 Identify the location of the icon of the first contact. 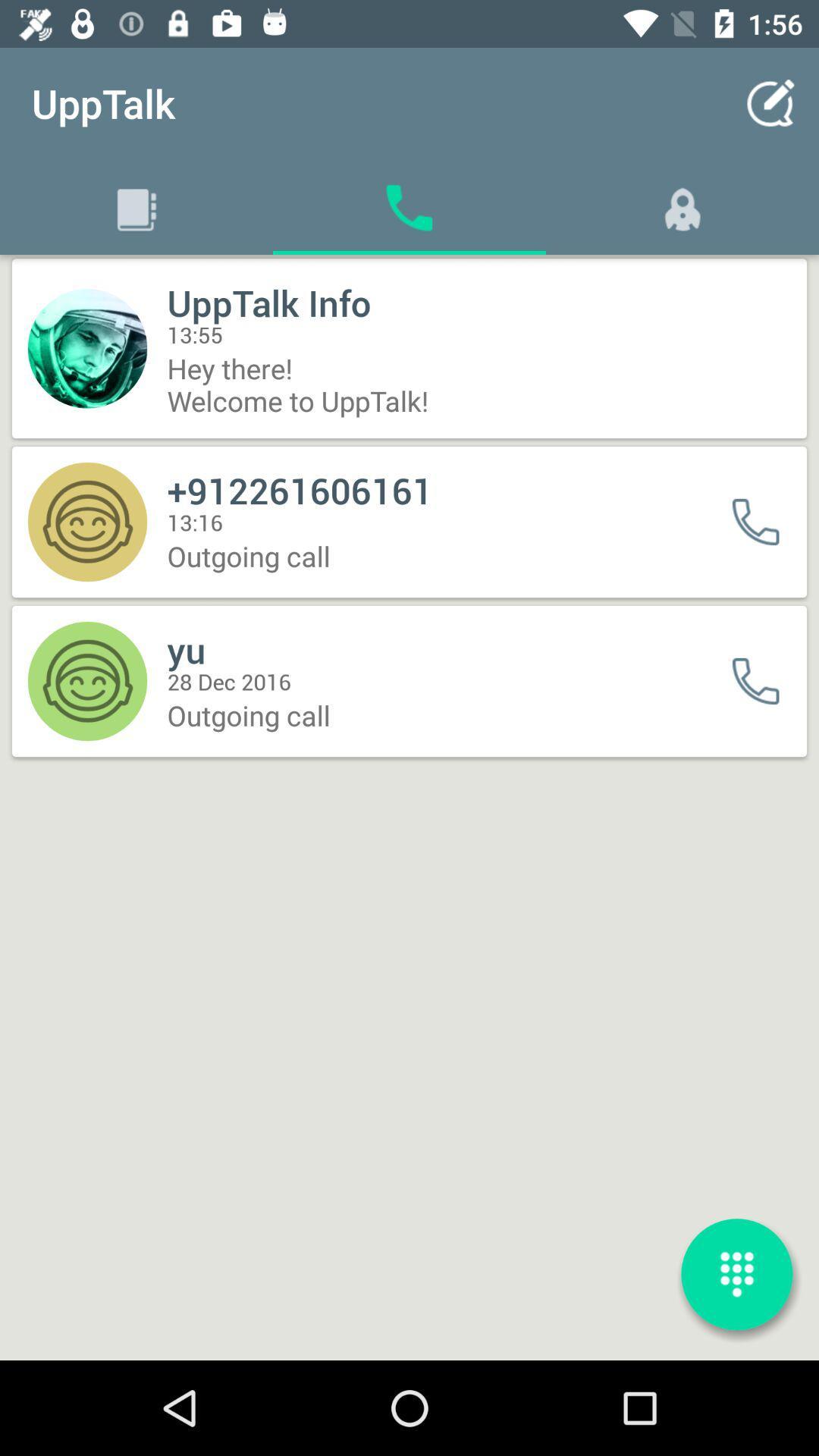
(87, 348).